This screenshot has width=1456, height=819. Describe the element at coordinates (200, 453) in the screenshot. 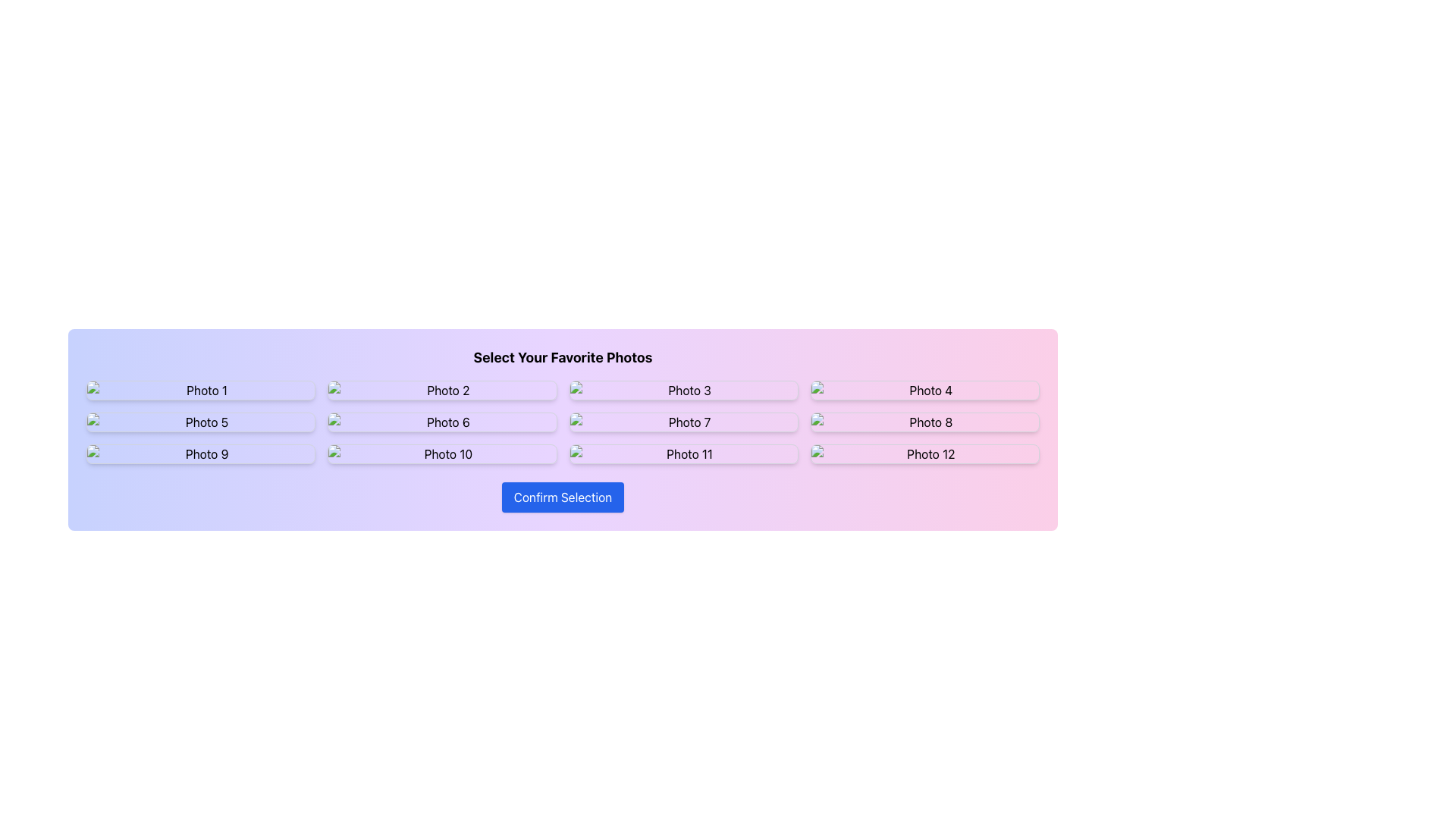

I see `the image placeholder in the grid layout that is located in the third row and first column, under 'Photo 5' and to the left of 'Photo 10'` at that location.